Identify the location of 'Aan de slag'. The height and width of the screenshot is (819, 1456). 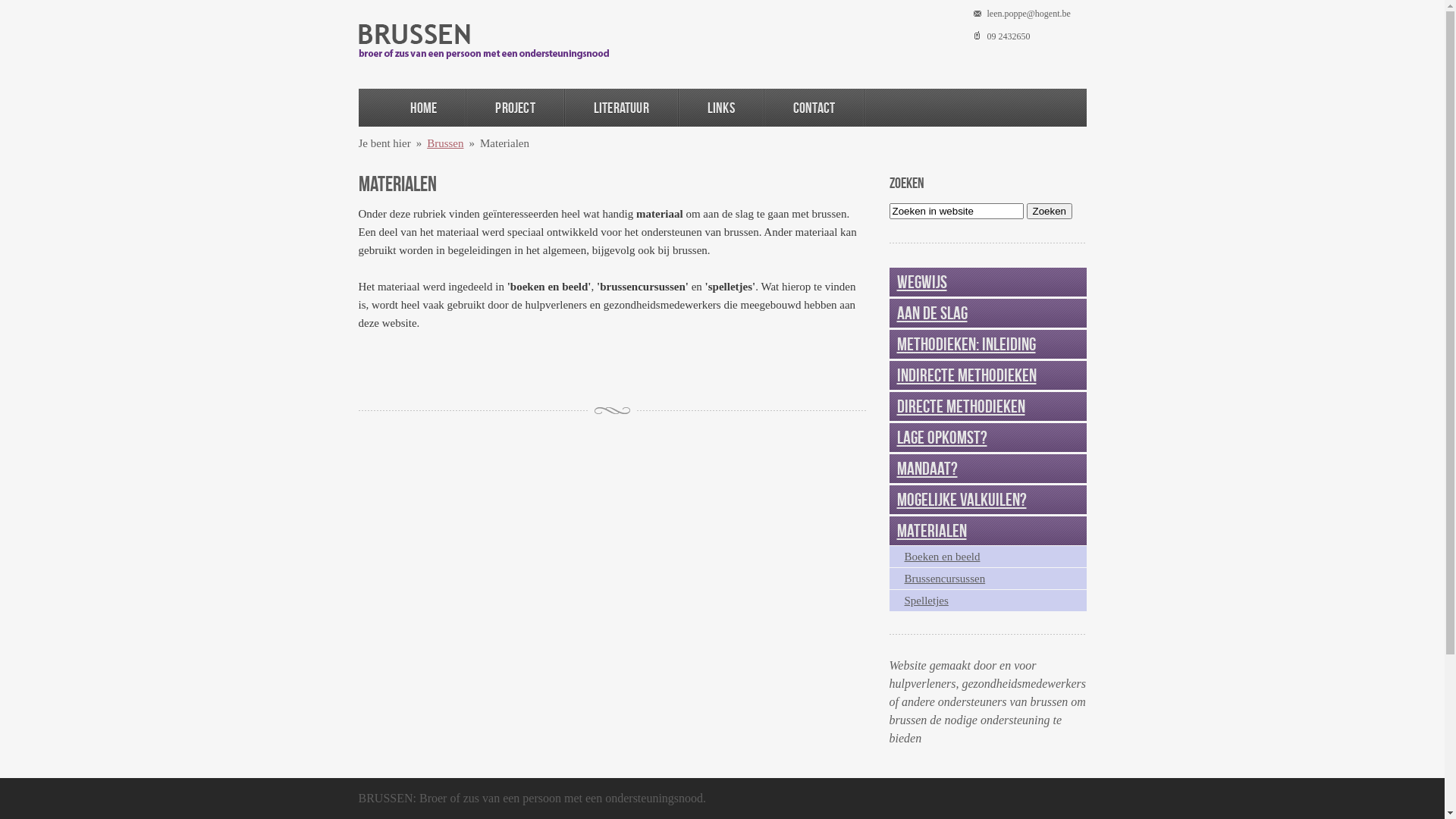
(930, 312).